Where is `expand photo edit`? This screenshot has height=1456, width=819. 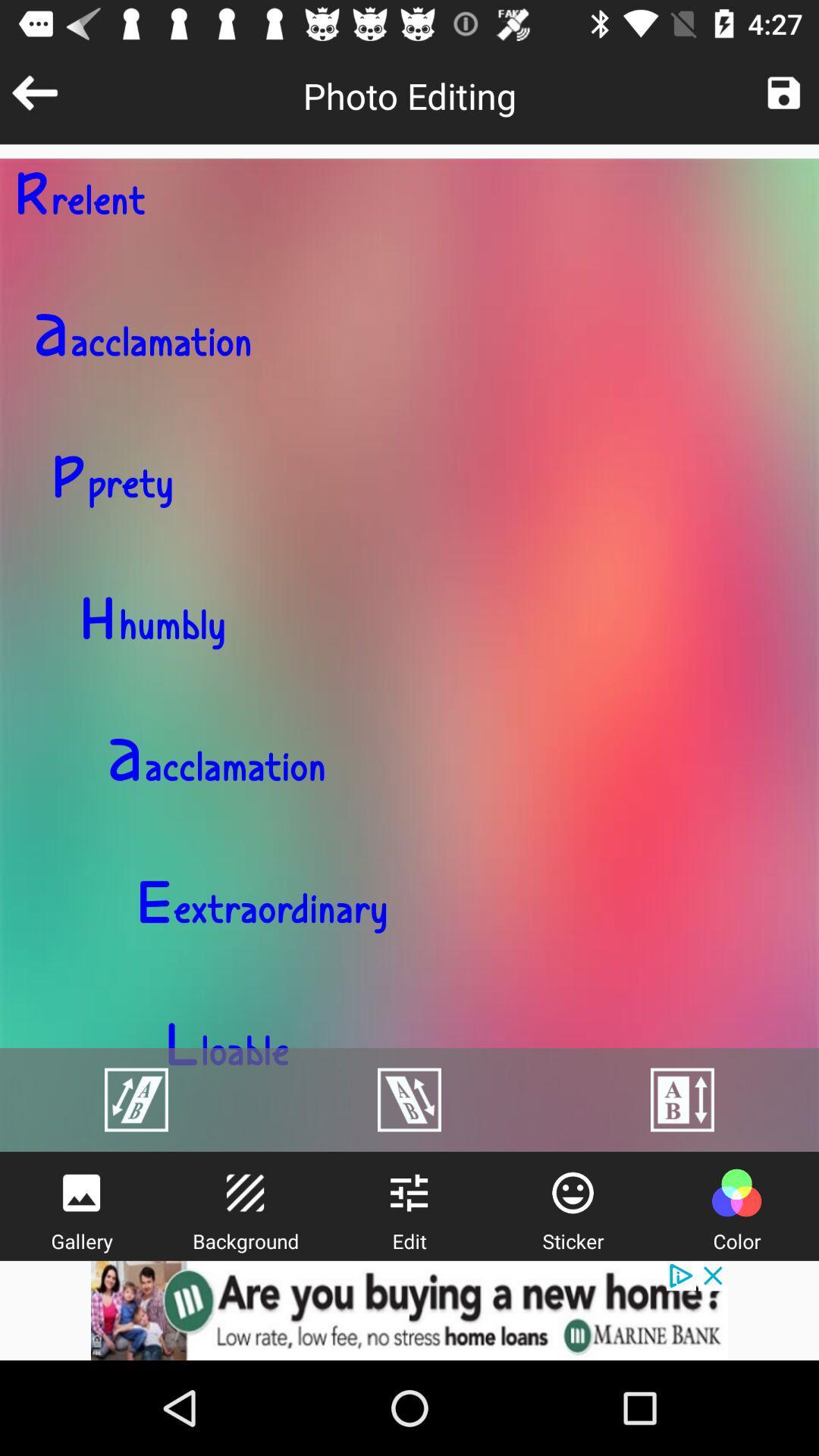
expand photo edit is located at coordinates (409, 1100).